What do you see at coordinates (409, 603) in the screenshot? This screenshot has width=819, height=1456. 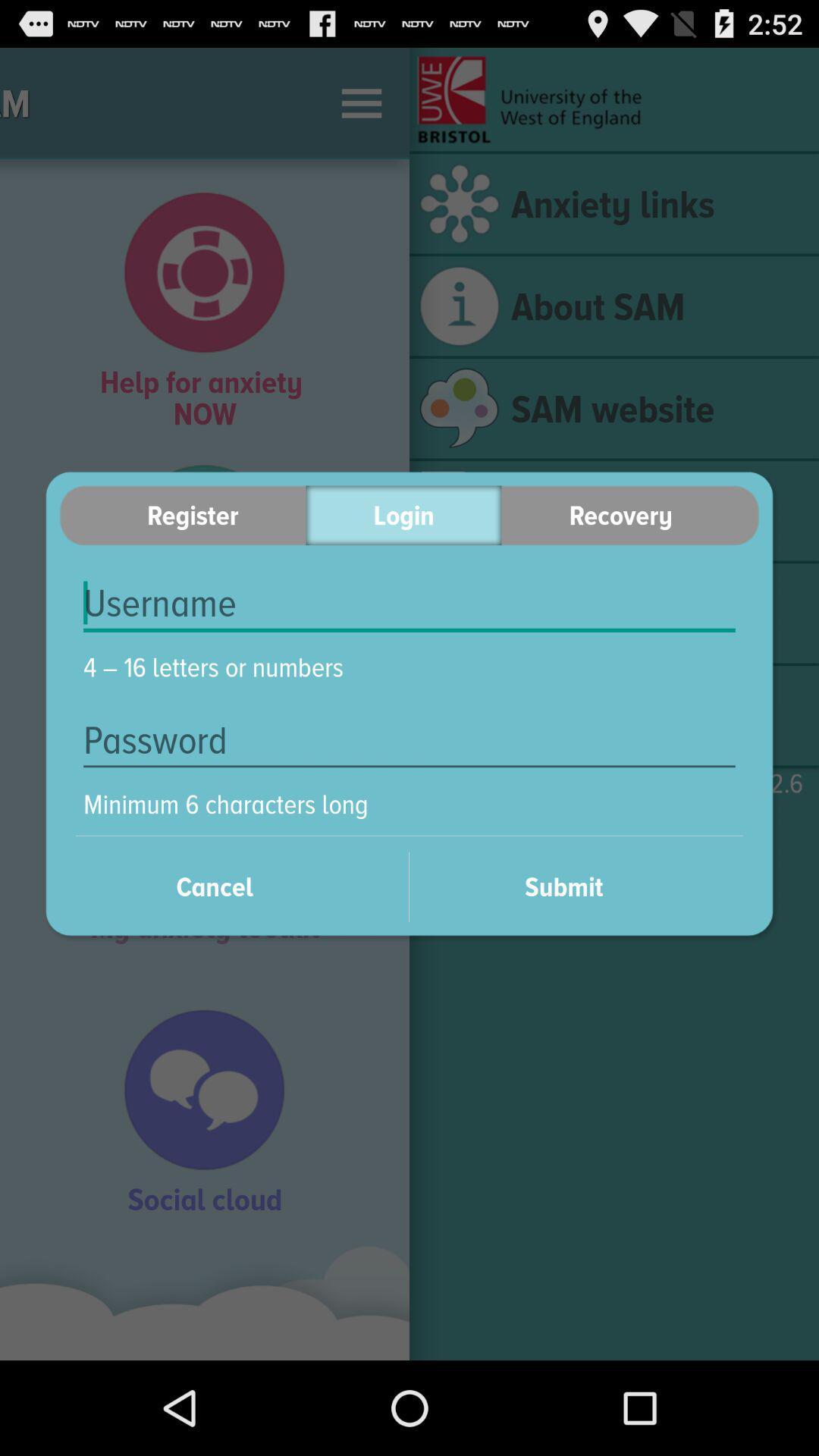 I see `type username for login` at bounding box center [409, 603].